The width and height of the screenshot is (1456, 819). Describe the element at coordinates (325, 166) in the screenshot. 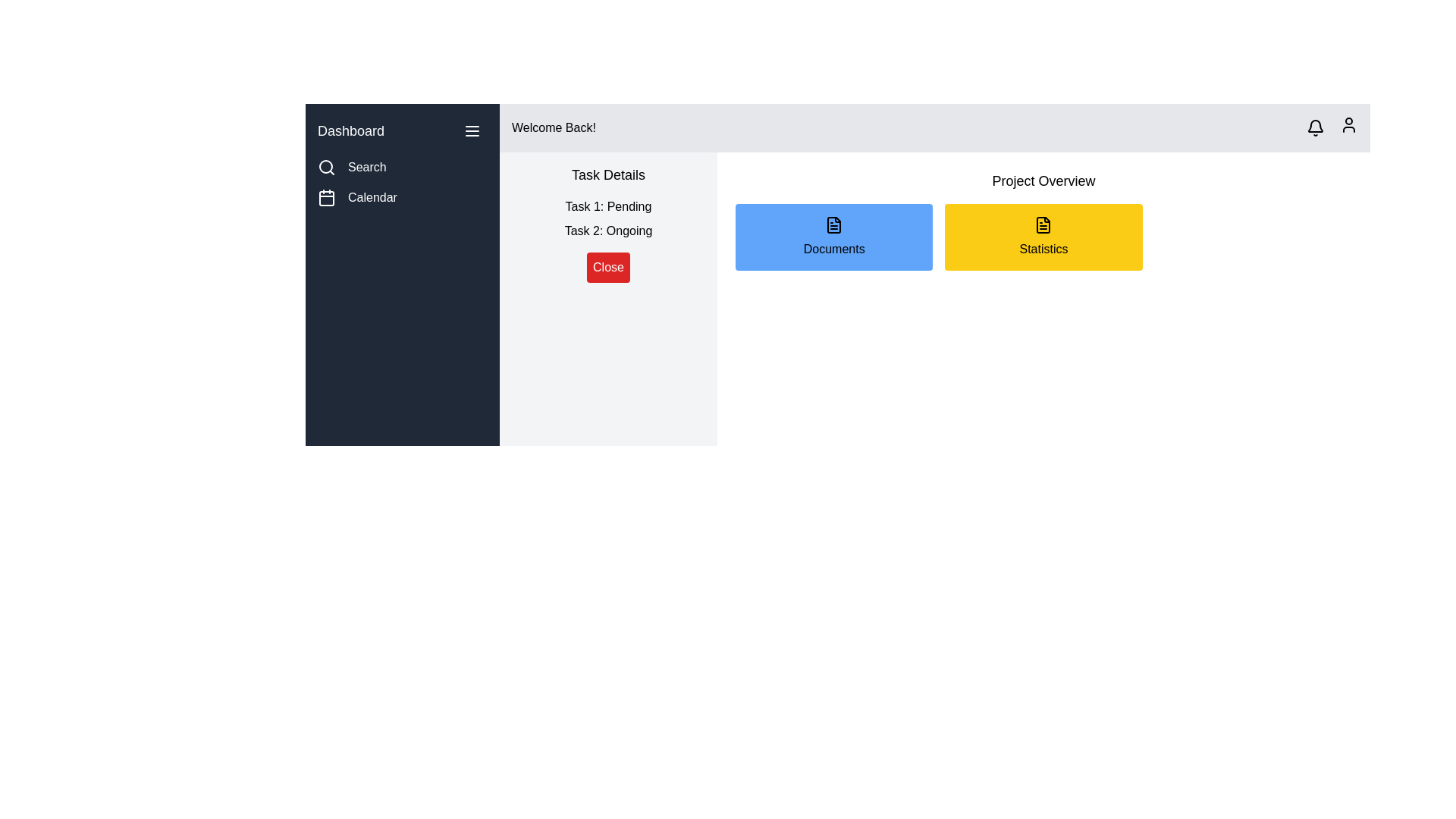

I see `the inner circular part of the search icon located in the sidebar region, next to the 'Search' label` at that location.